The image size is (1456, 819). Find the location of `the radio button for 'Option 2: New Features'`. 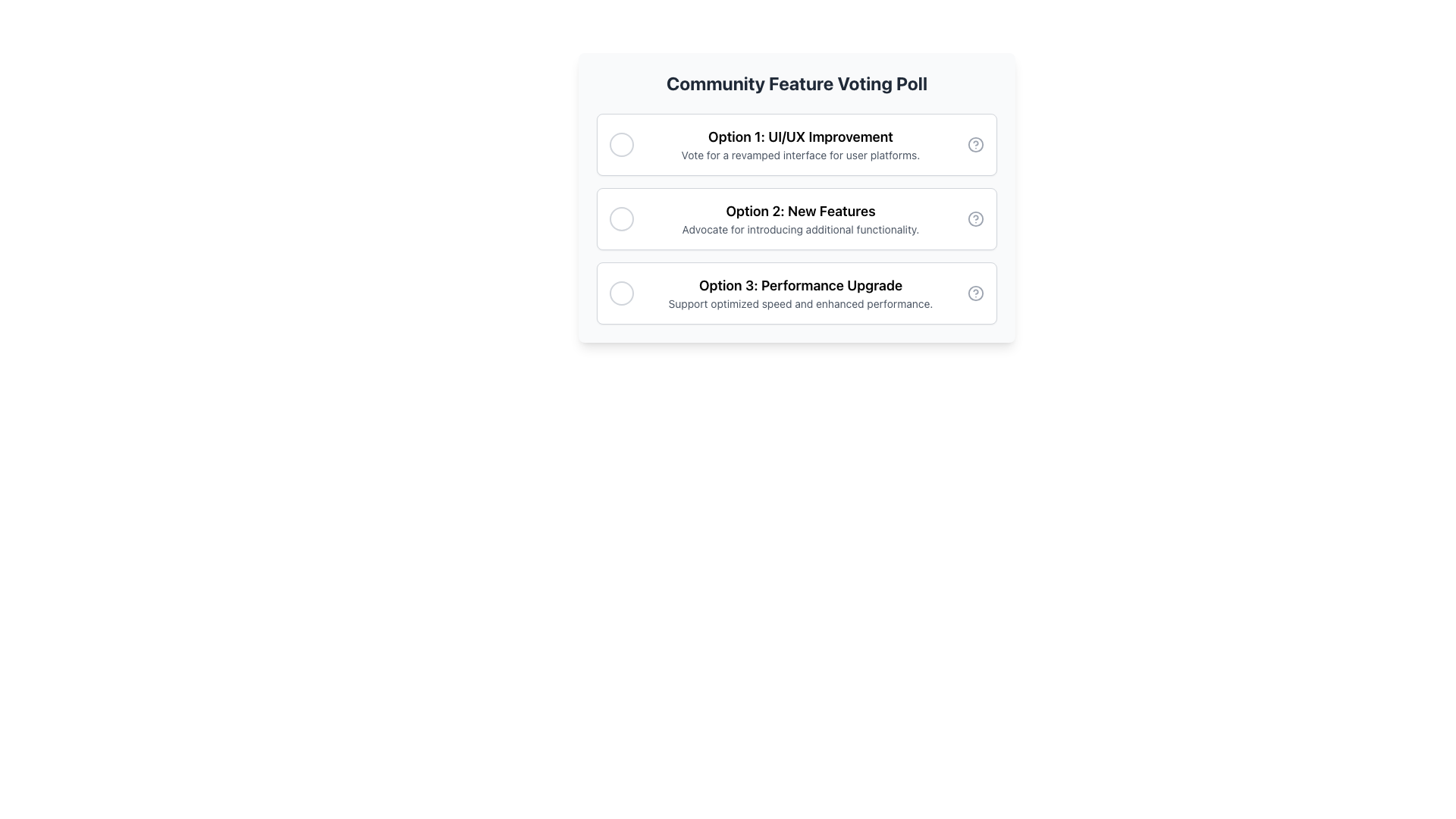

the radio button for 'Option 2: New Features' is located at coordinates (622, 219).